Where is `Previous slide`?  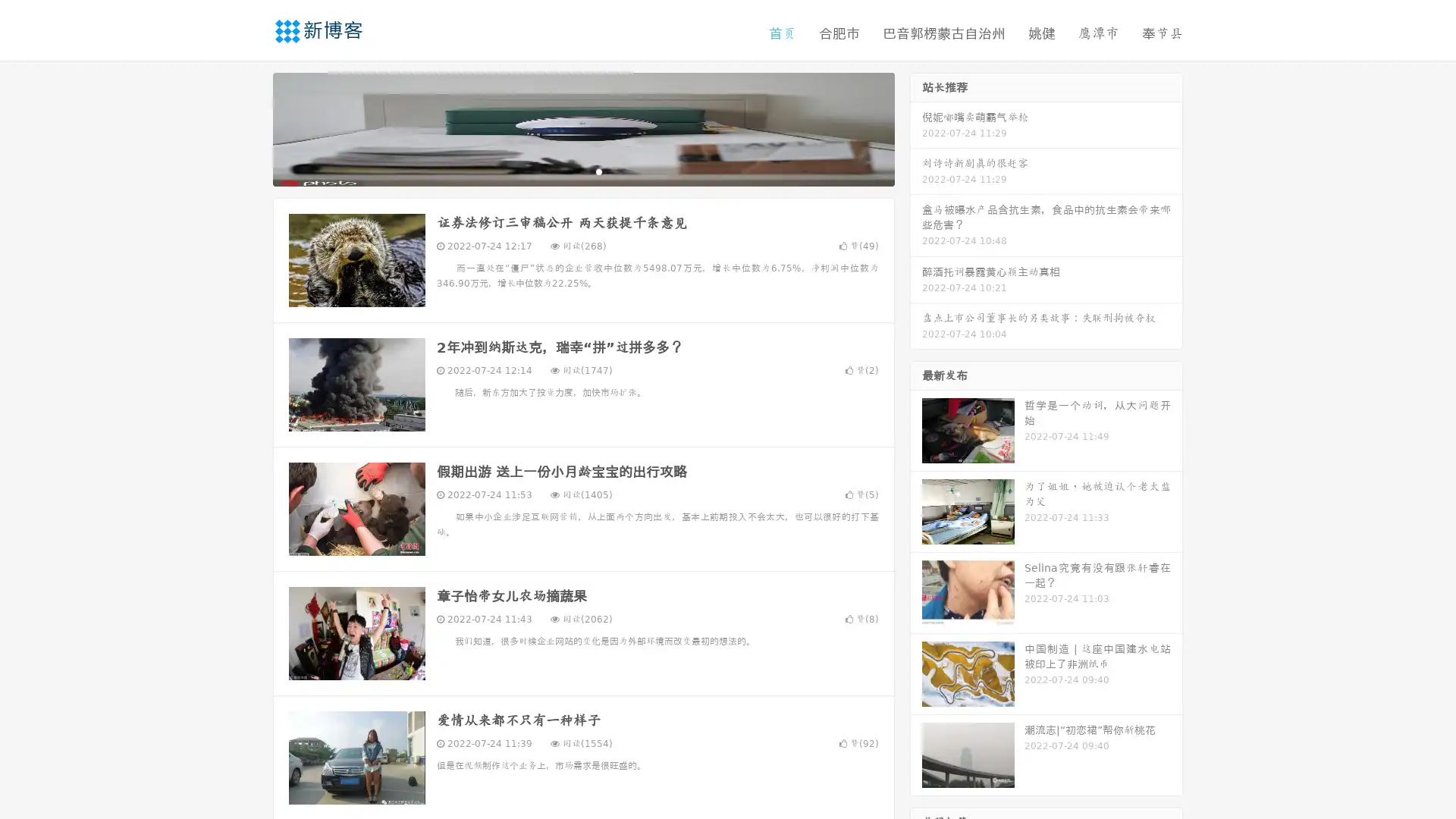
Previous slide is located at coordinates (250, 127).